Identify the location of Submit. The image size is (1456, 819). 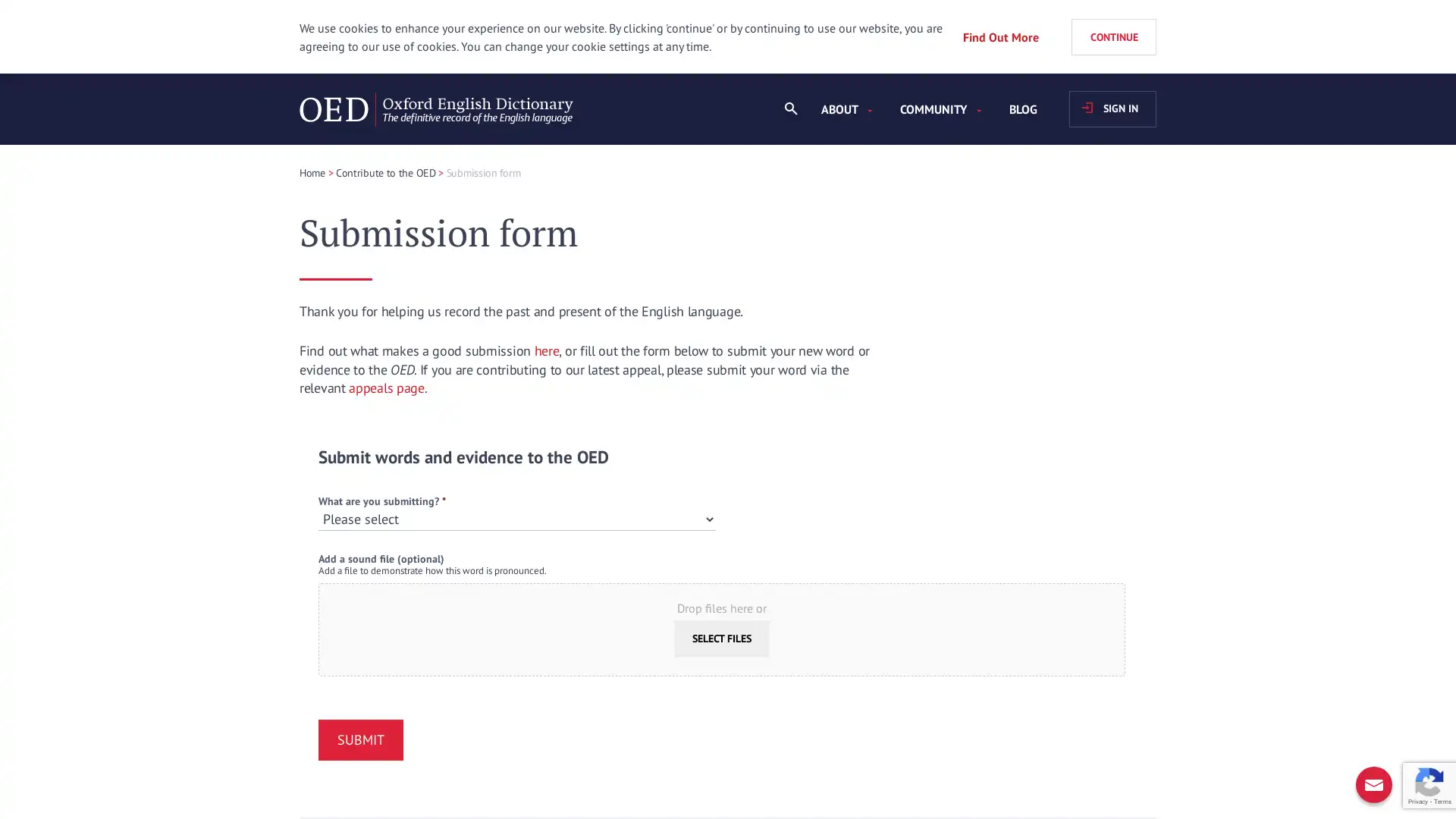
(359, 739).